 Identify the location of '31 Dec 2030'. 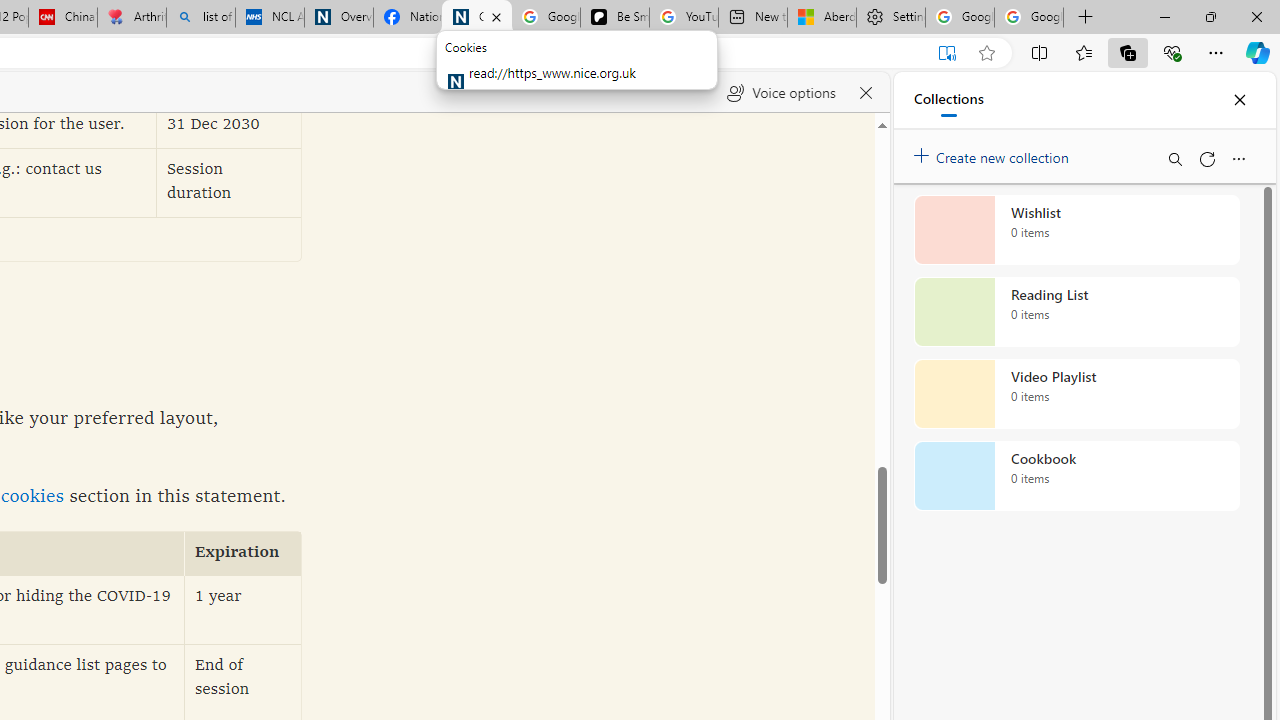
(229, 125).